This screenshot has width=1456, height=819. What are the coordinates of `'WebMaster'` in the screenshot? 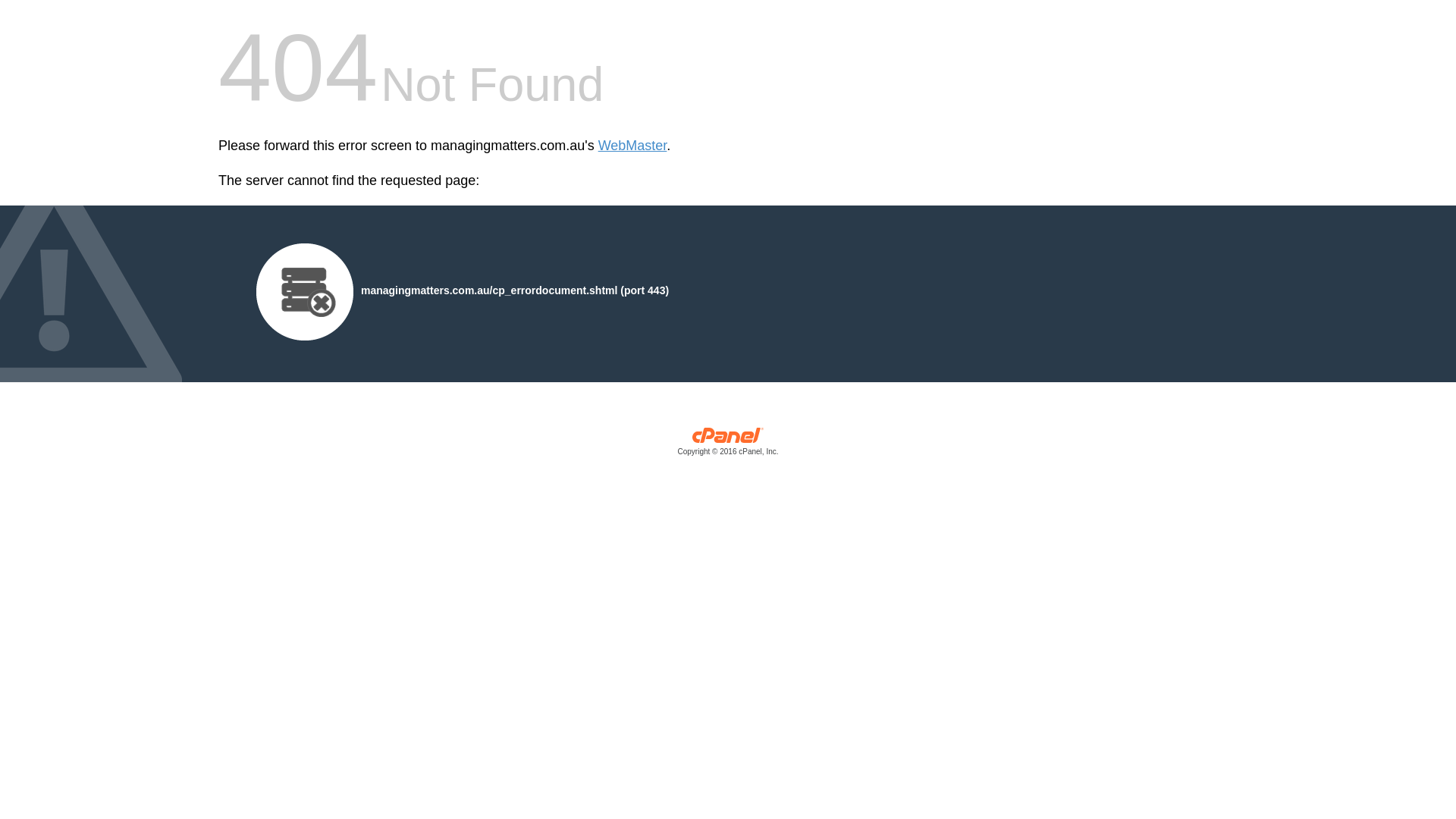 It's located at (632, 146).